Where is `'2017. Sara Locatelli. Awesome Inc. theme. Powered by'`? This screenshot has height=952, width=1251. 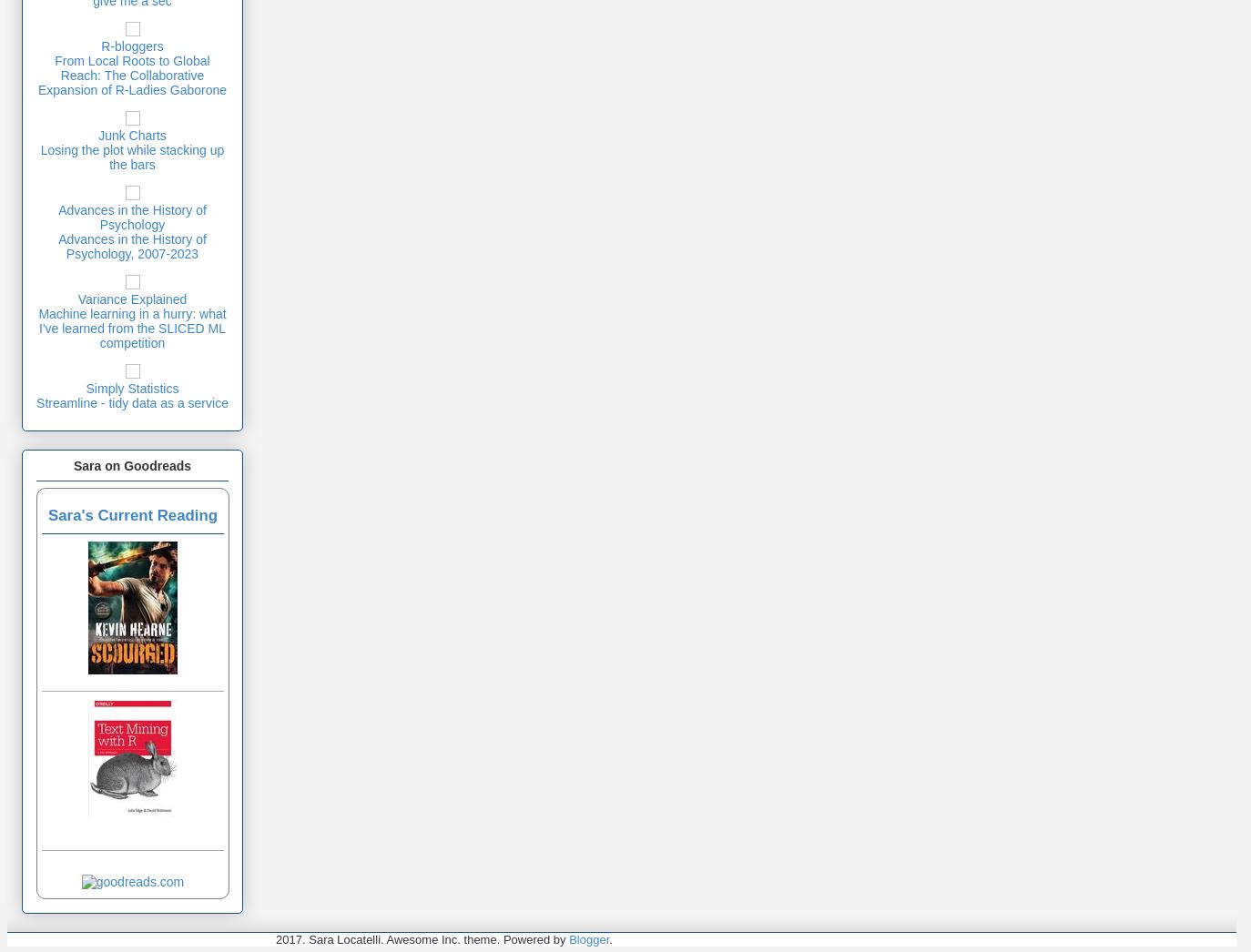 '2017. Sara Locatelli. Awesome Inc. theme. Powered by' is located at coordinates (422, 939).